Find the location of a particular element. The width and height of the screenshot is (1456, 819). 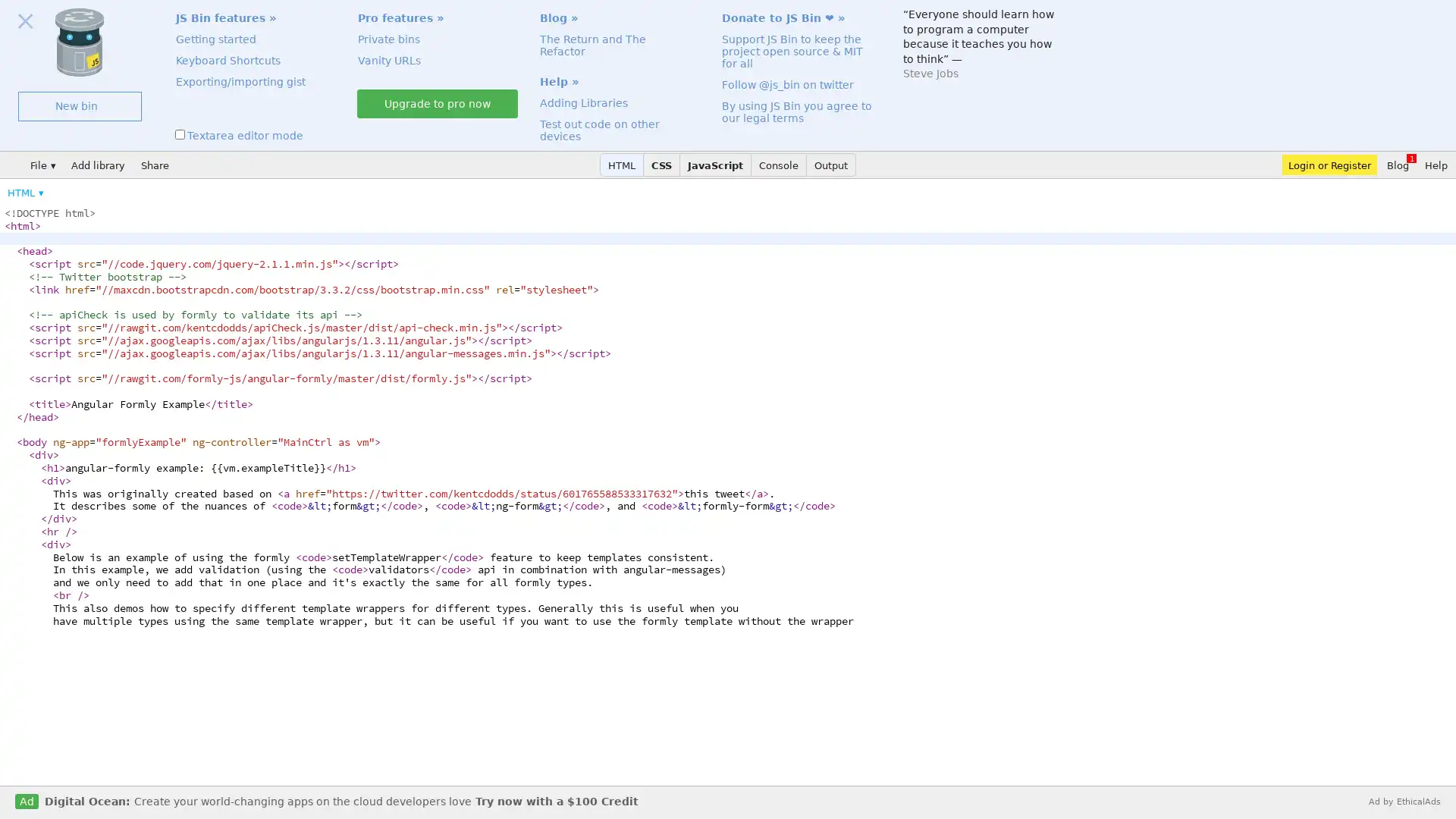

Output Panel: Inactive is located at coordinates (830, 165).